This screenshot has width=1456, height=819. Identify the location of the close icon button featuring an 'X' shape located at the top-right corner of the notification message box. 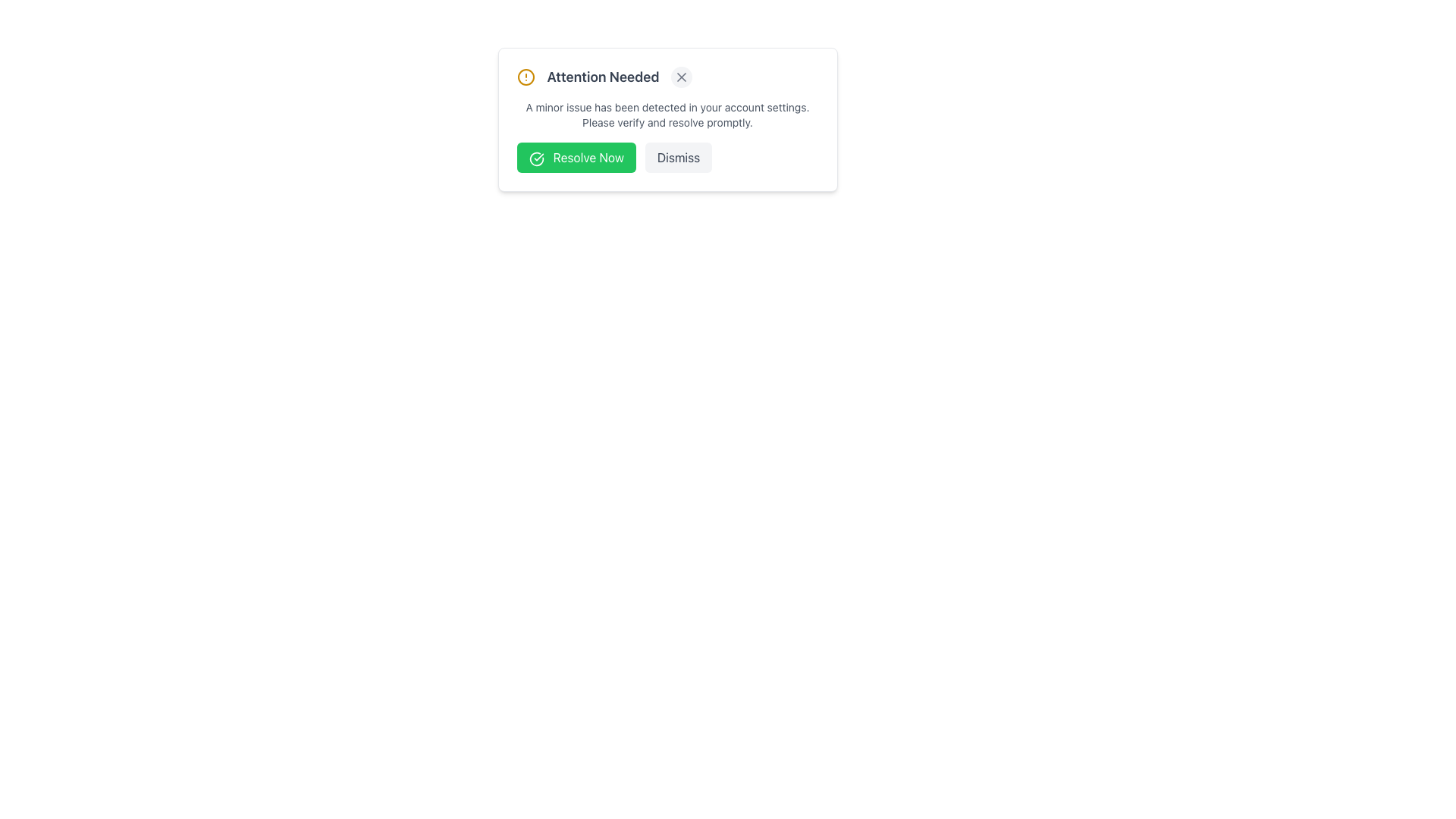
(681, 77).